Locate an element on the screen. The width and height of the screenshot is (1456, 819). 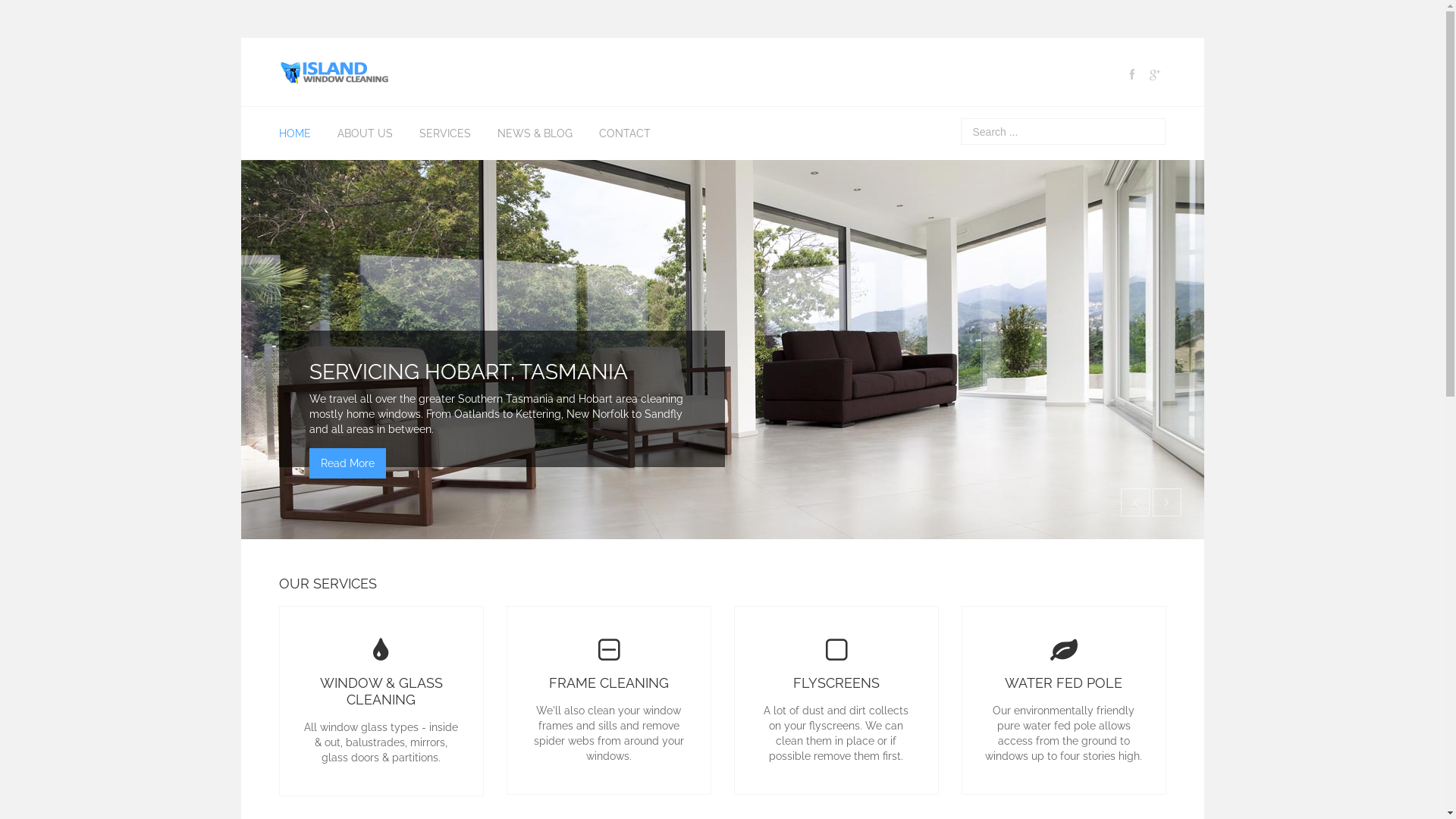
'Read More' is located at coordinates (347, 462).